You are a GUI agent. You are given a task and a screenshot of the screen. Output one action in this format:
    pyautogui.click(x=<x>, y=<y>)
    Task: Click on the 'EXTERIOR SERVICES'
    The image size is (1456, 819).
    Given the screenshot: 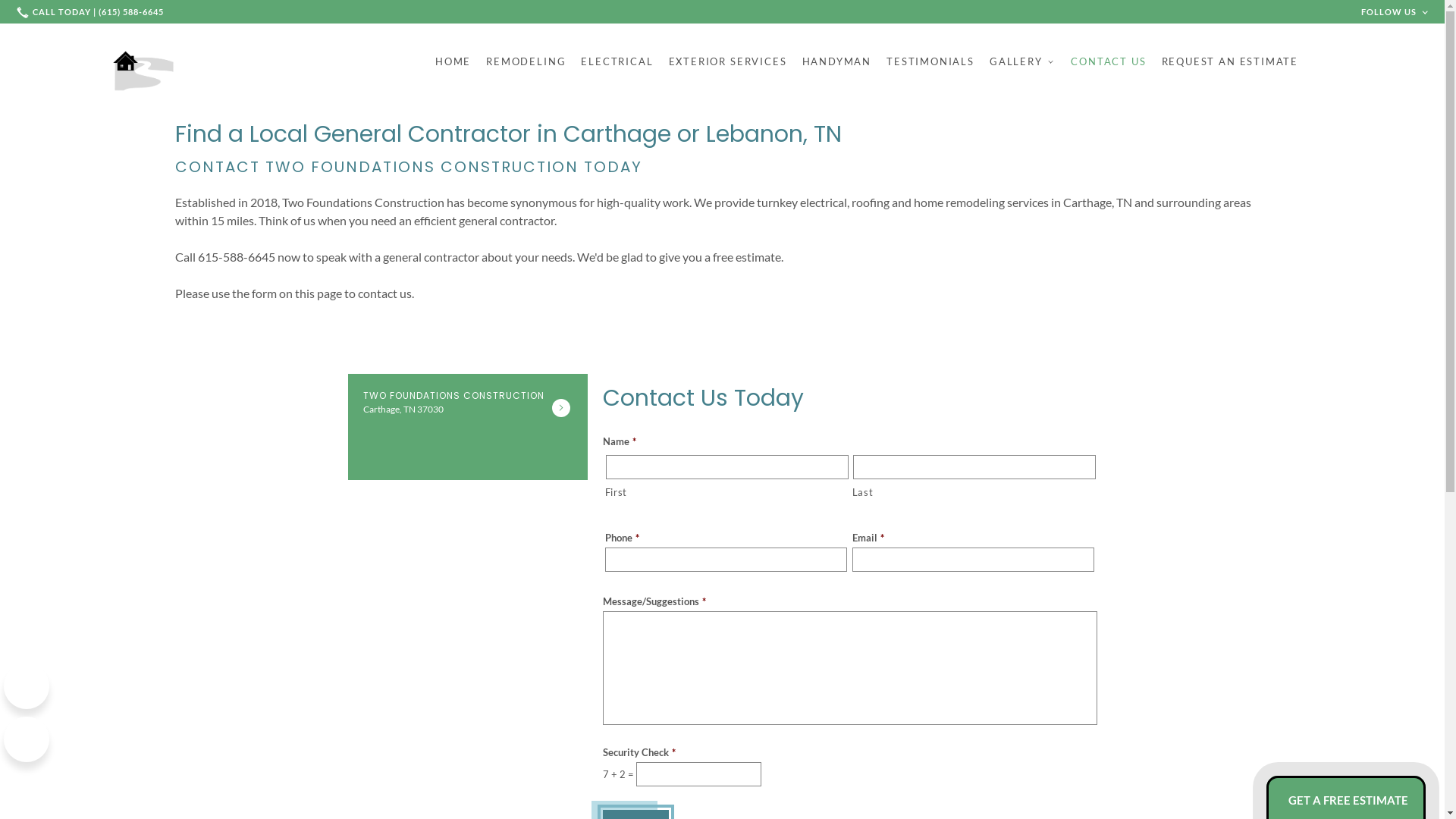 What is the action you would take?
    pyautogui.click(x=728, y=61)
    